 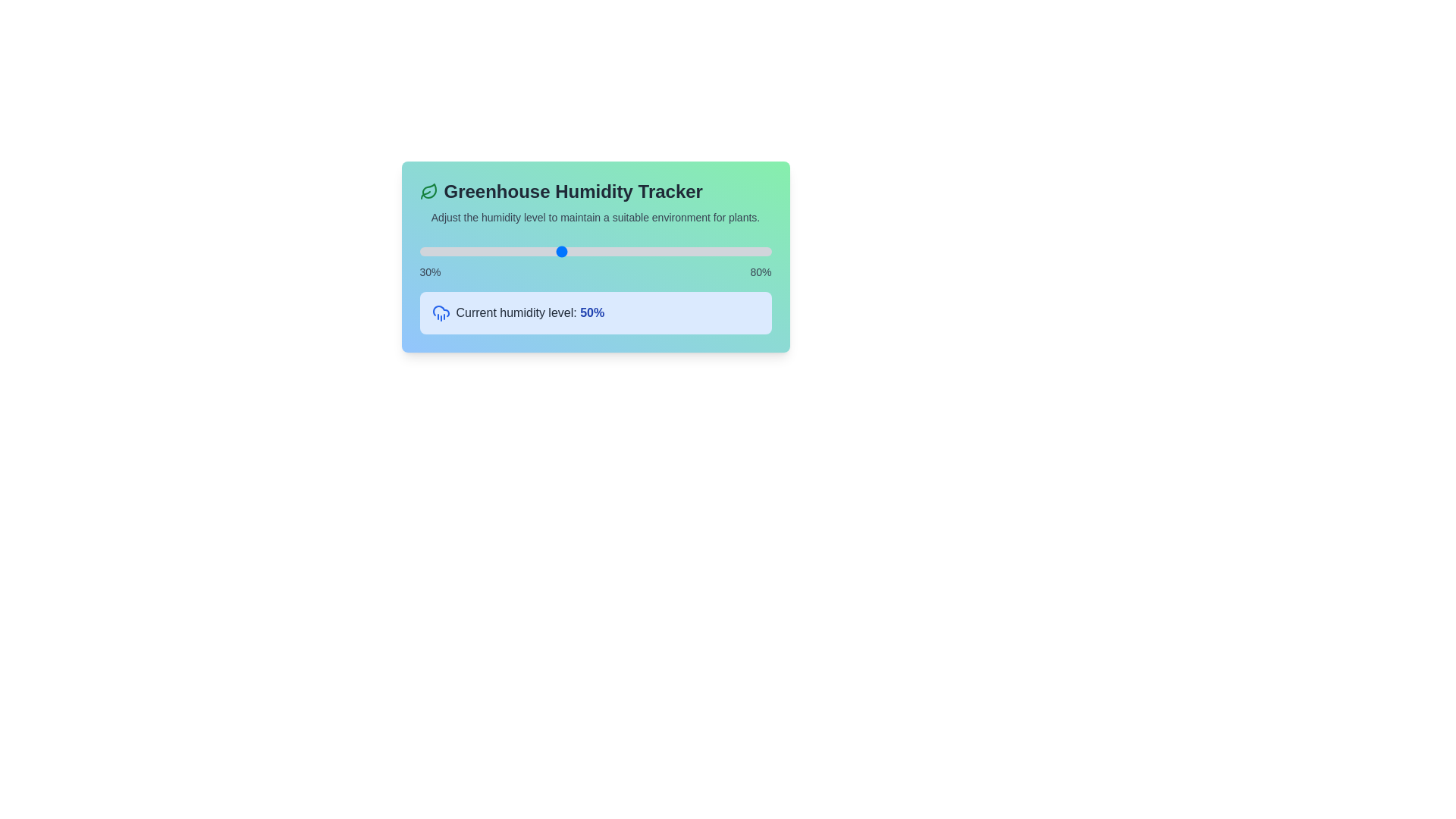 I want to click on the humidity level to 34% using the slider, so click(x=447, y=250).